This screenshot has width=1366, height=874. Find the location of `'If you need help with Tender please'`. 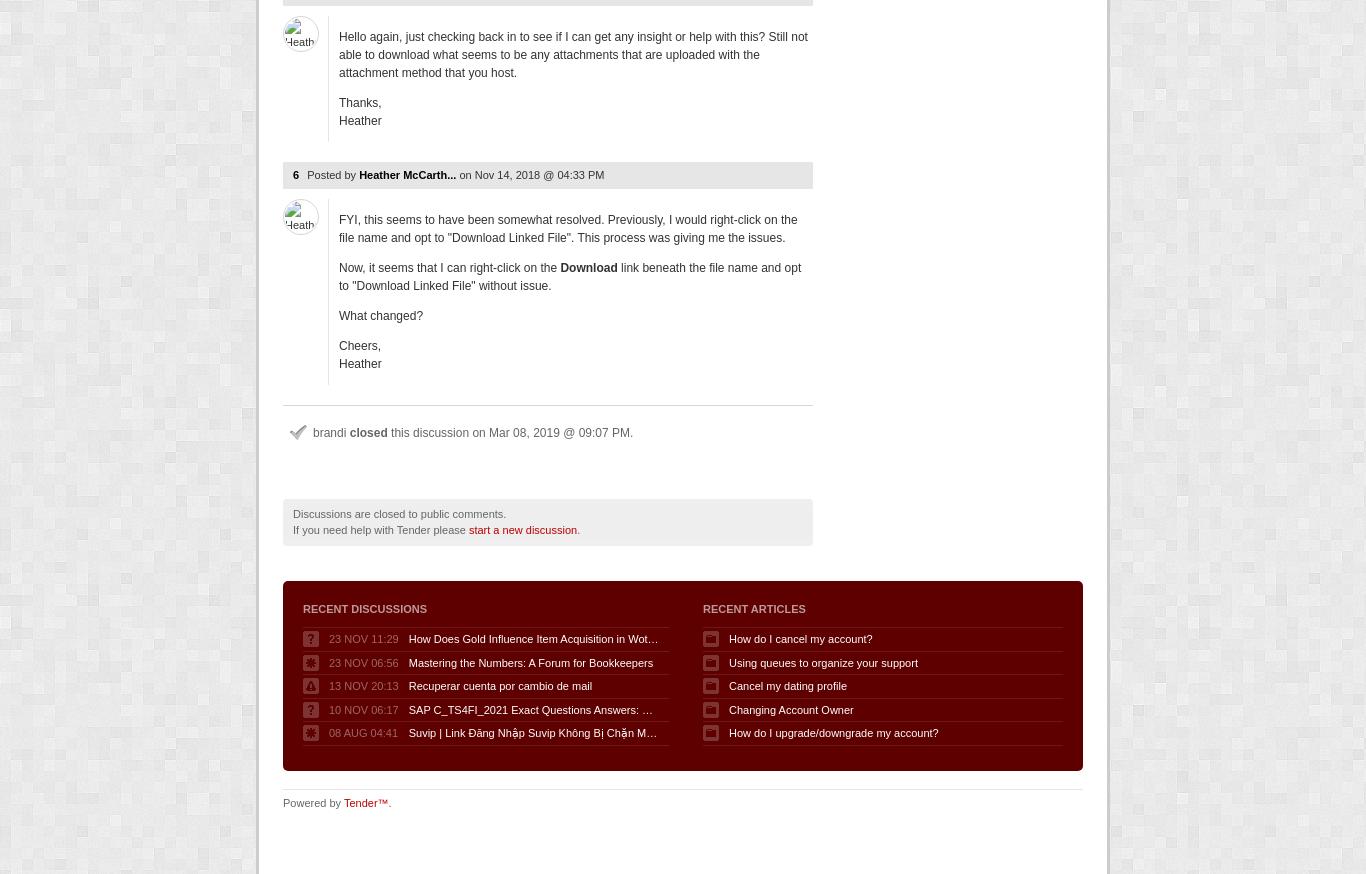

'If you need help with Tender please' is located at coordinates (293, 529).